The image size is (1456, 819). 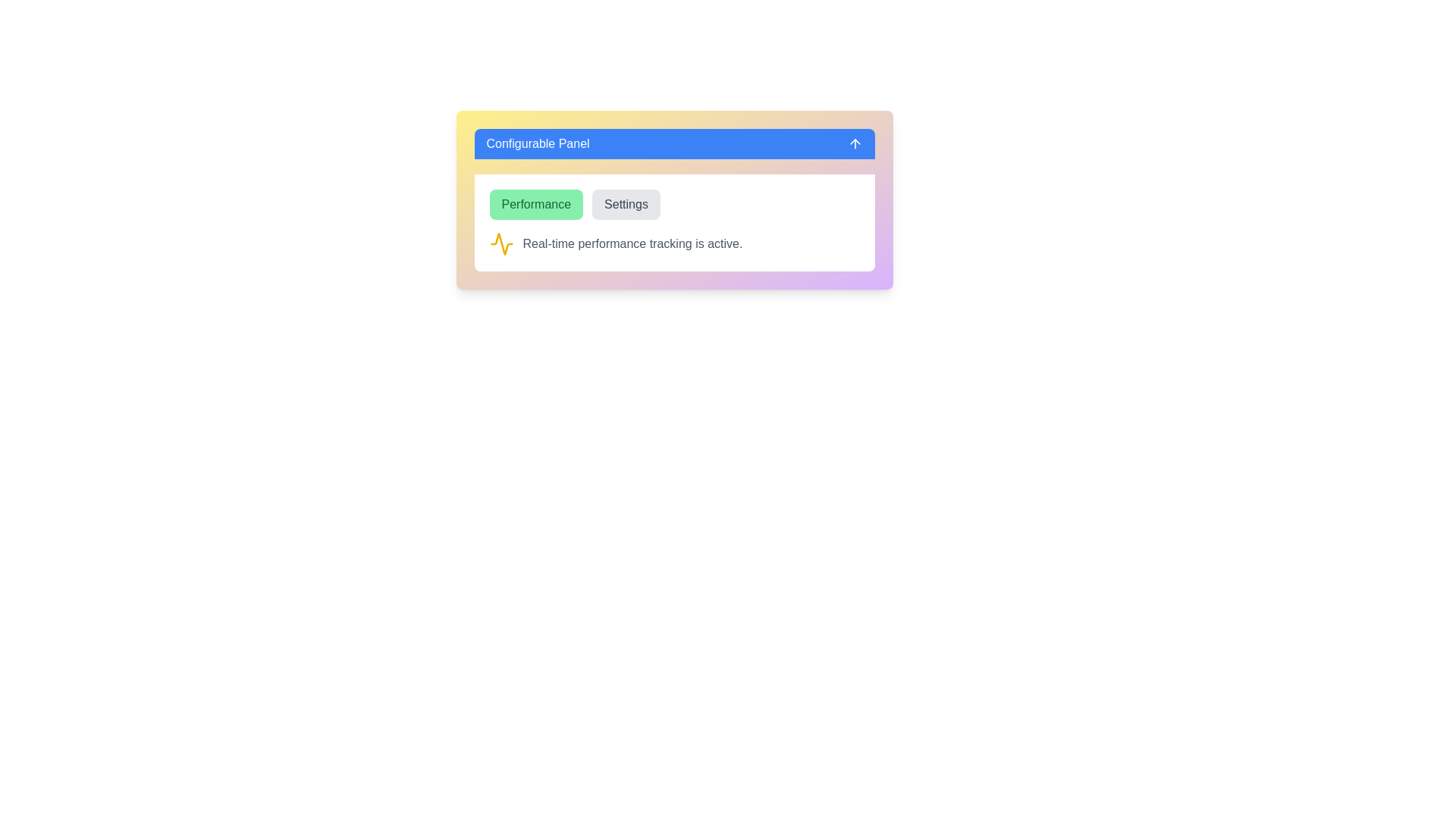 What do you see at coordinates (855, 143) in the screenshot?
I see `the upward arrow icon located on the rightmost side of the header labeled 'Configurable Panel'` at bounding box center [855, 143].